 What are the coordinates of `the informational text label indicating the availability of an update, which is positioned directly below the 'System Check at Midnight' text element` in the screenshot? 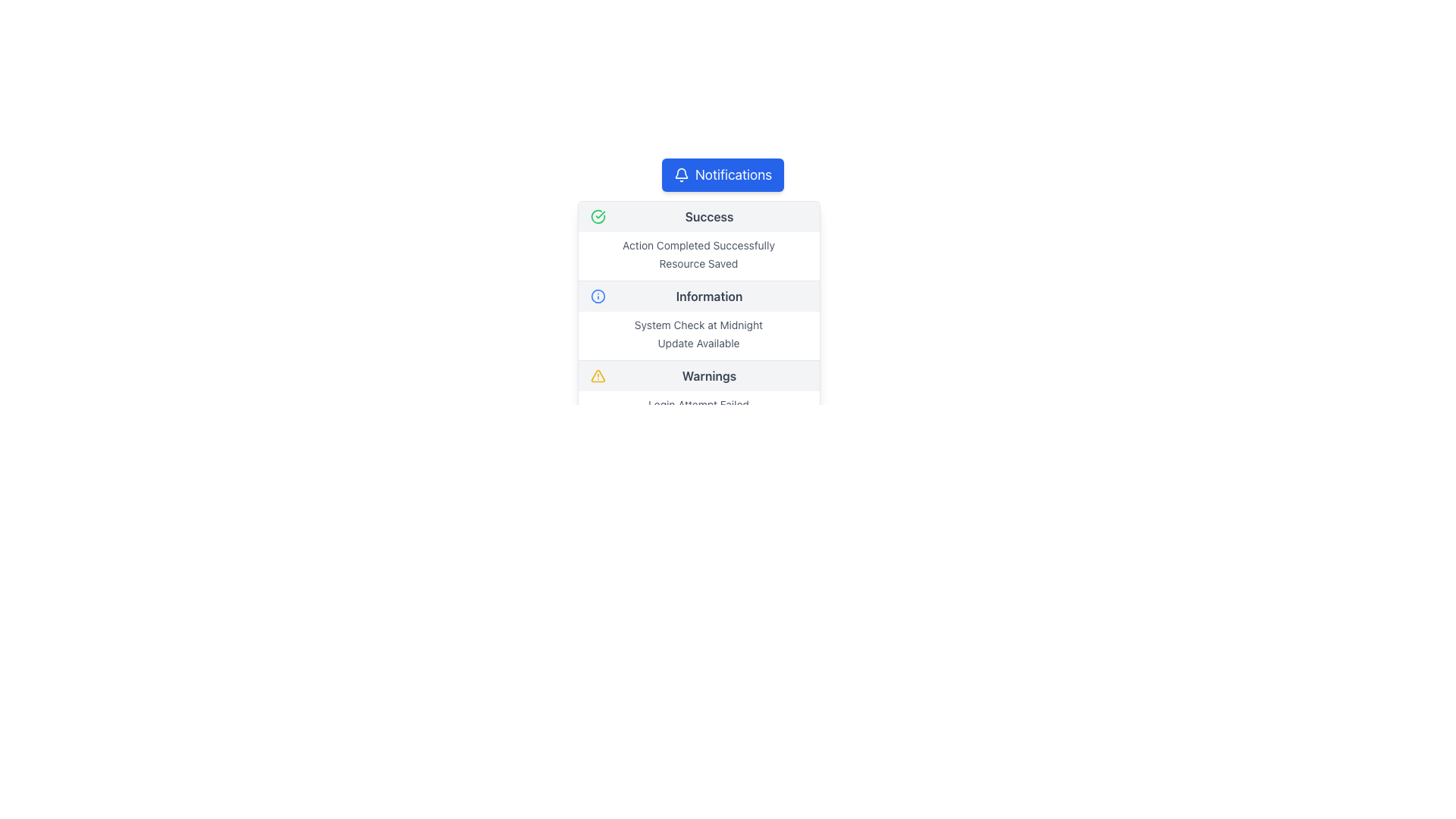 It's located at (698, 343).